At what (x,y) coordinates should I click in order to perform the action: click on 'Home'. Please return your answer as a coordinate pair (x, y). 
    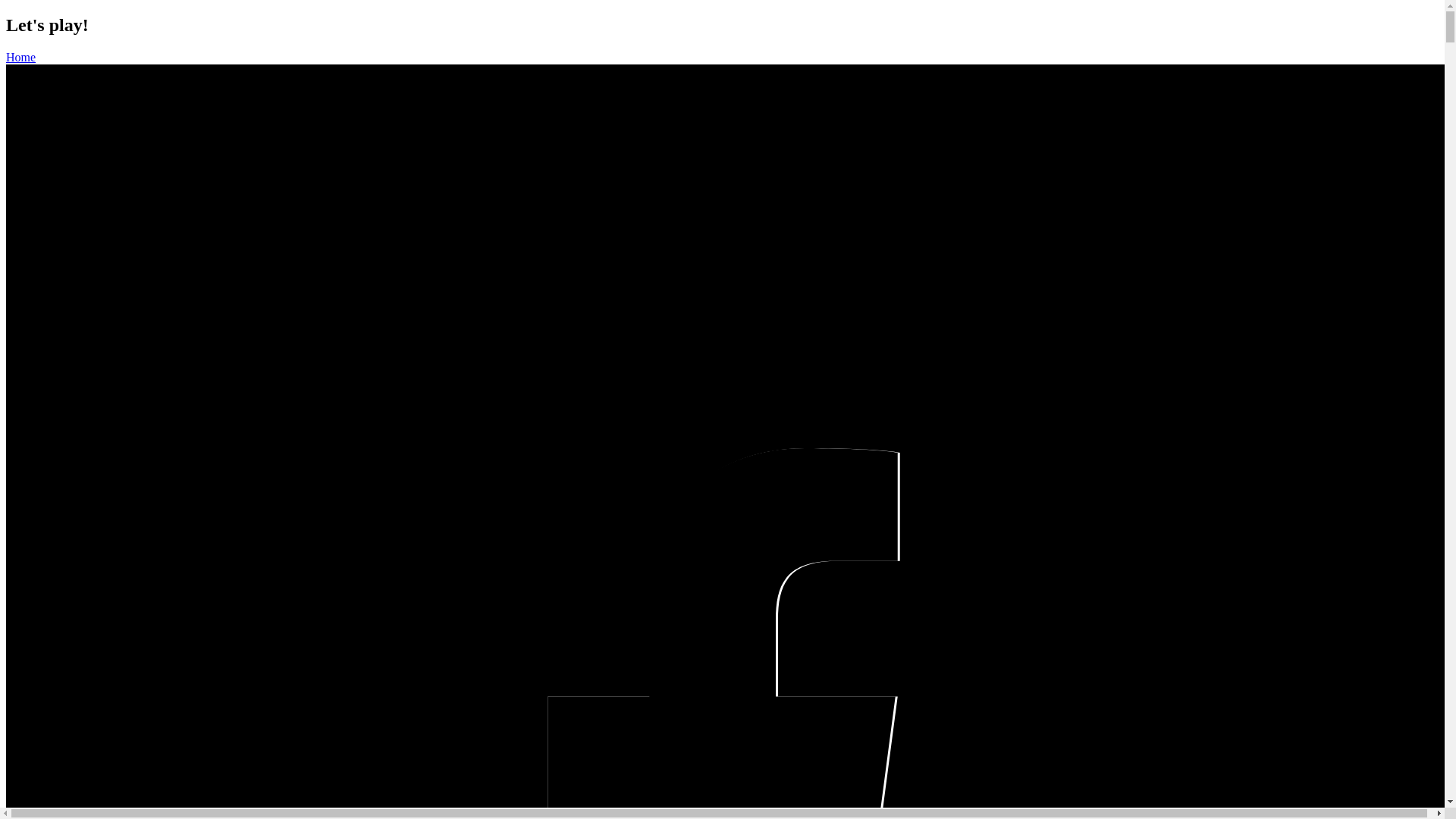
    Looking at the image, I should click on (6, 56).